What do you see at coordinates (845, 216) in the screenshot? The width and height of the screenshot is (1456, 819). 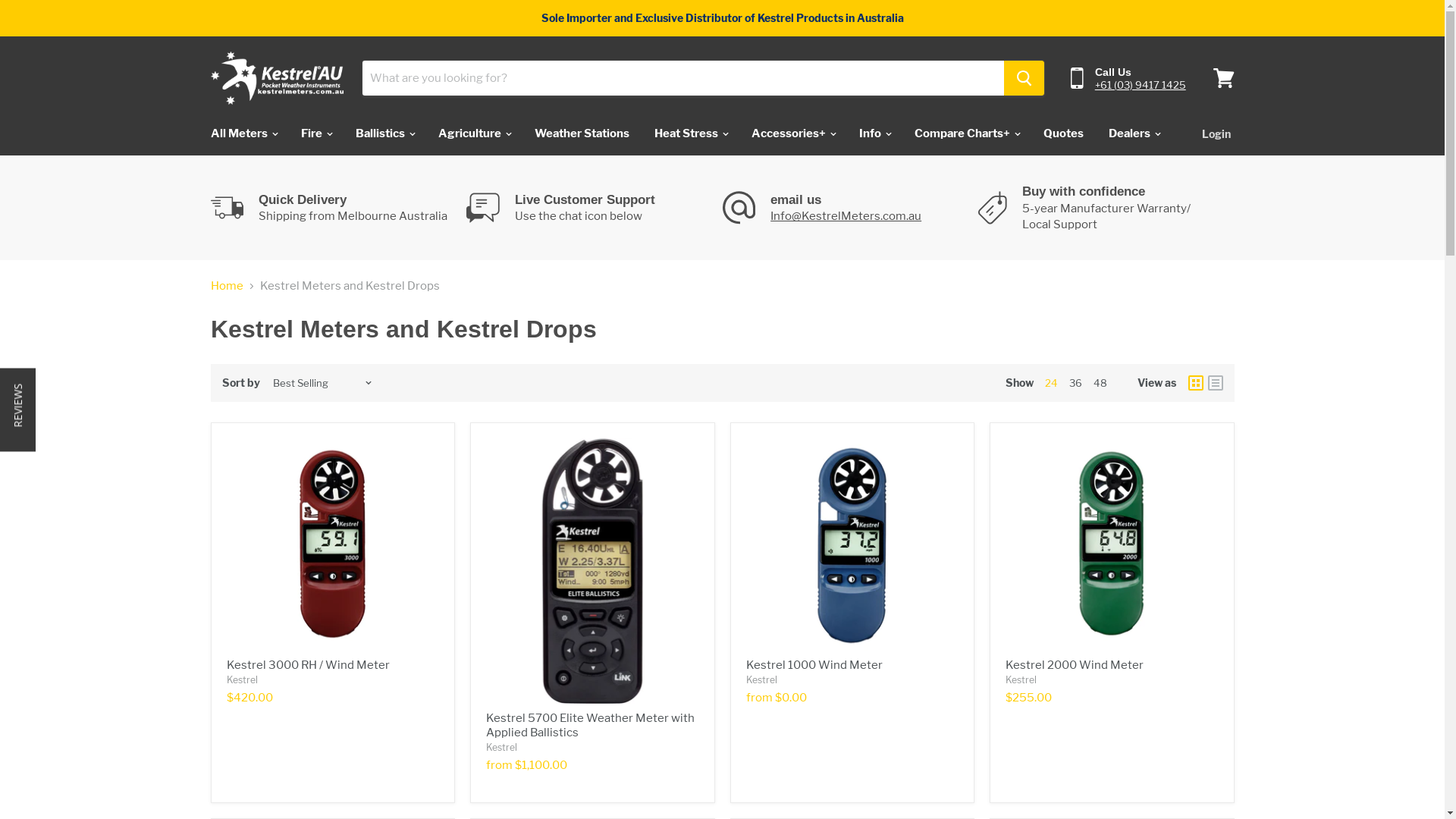 I see `'Info@KestrelMeters.com.au'` at bounding box center [845, 216].